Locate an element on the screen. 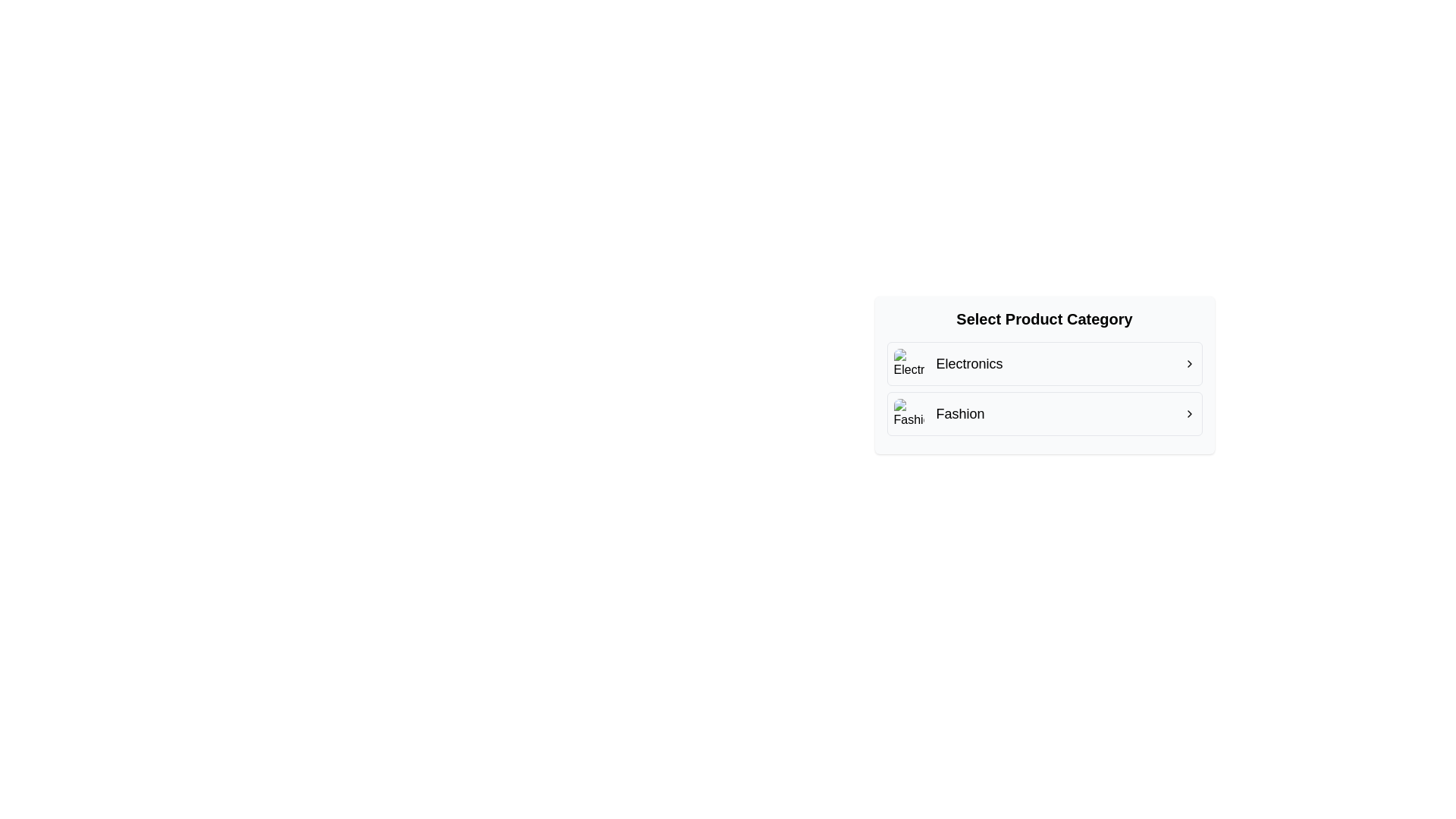 This screenshot has width=1456, height=819. the 'Fashion' category option button located beneath 'Electronics' in the selectable options list is located at coordinates (1043, 414).